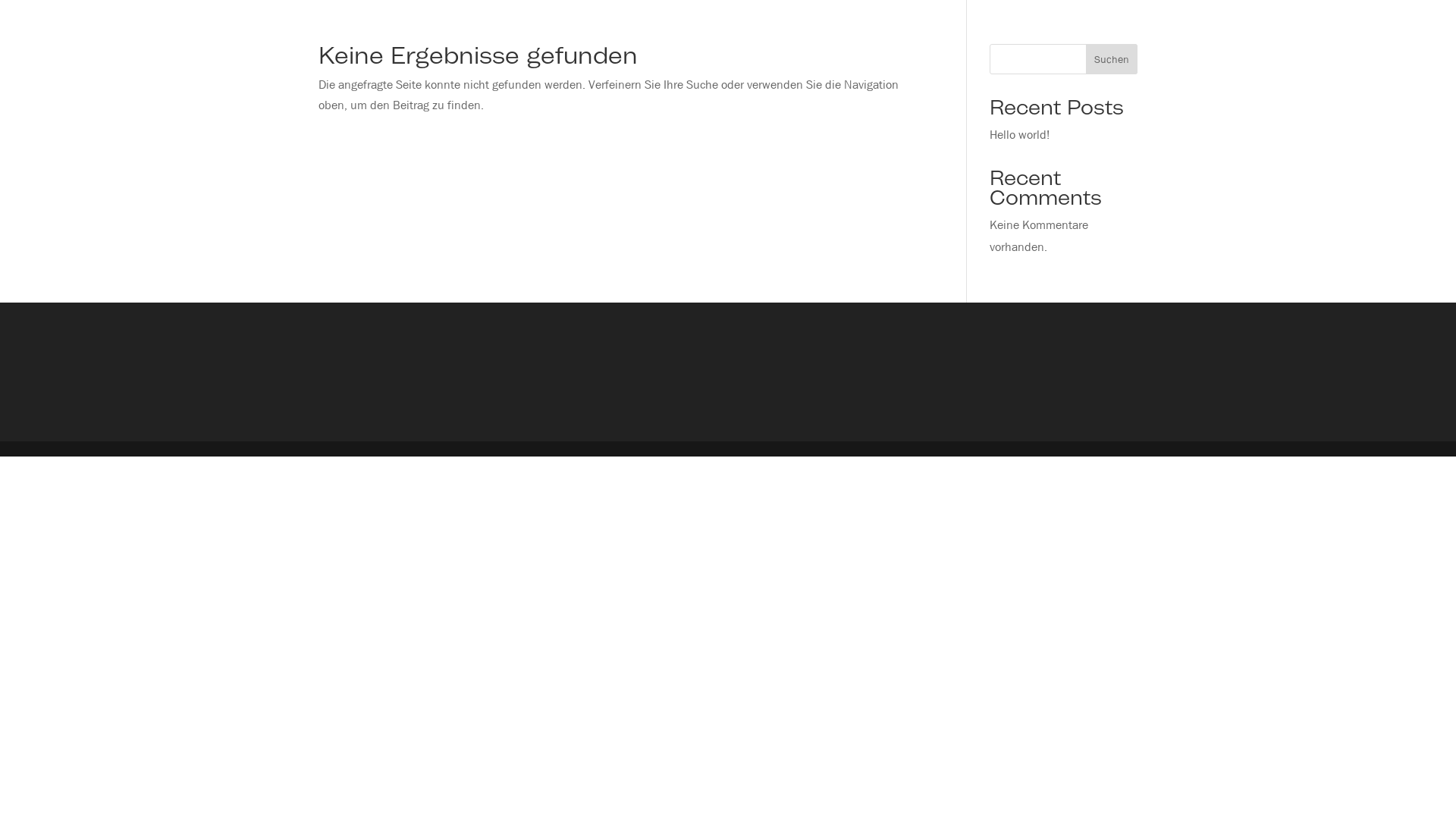 The height and width of the screenshot is (819, 1456). I want to click on 'Hello world!', so click(1019, 133).